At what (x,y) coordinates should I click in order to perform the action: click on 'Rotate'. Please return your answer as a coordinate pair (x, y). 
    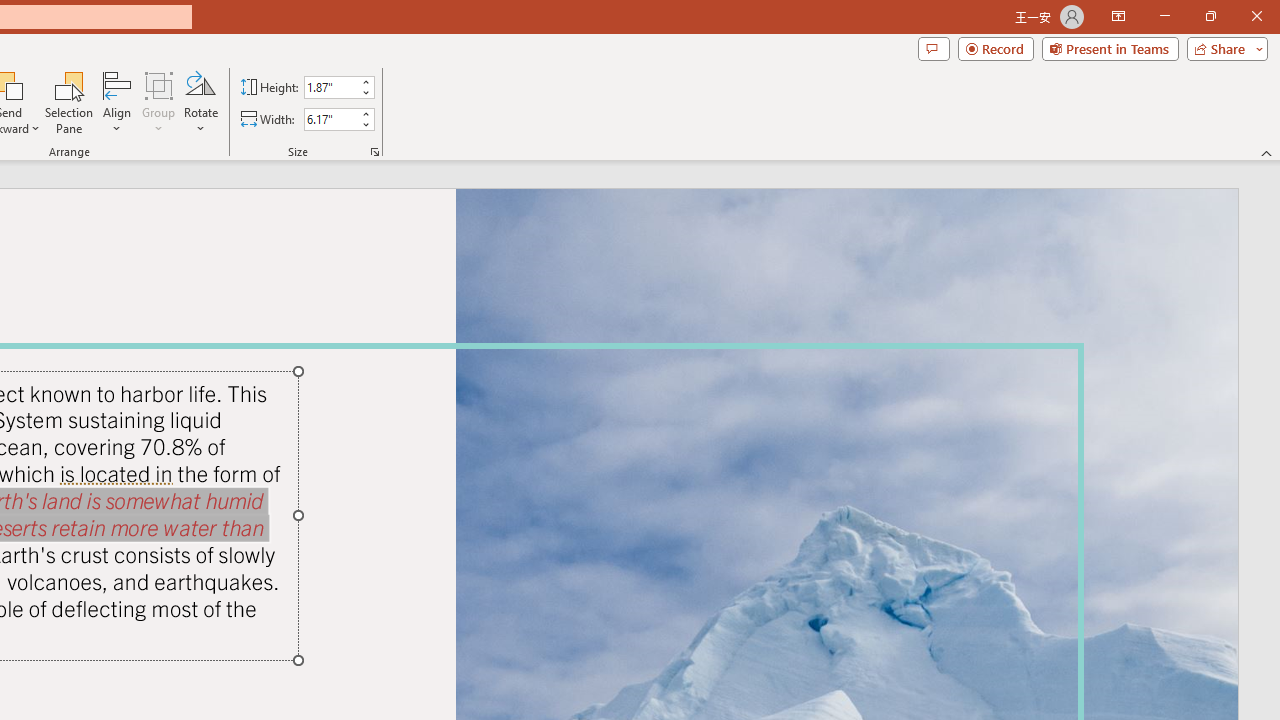
    Looking at the image, I should click on (200, 103).